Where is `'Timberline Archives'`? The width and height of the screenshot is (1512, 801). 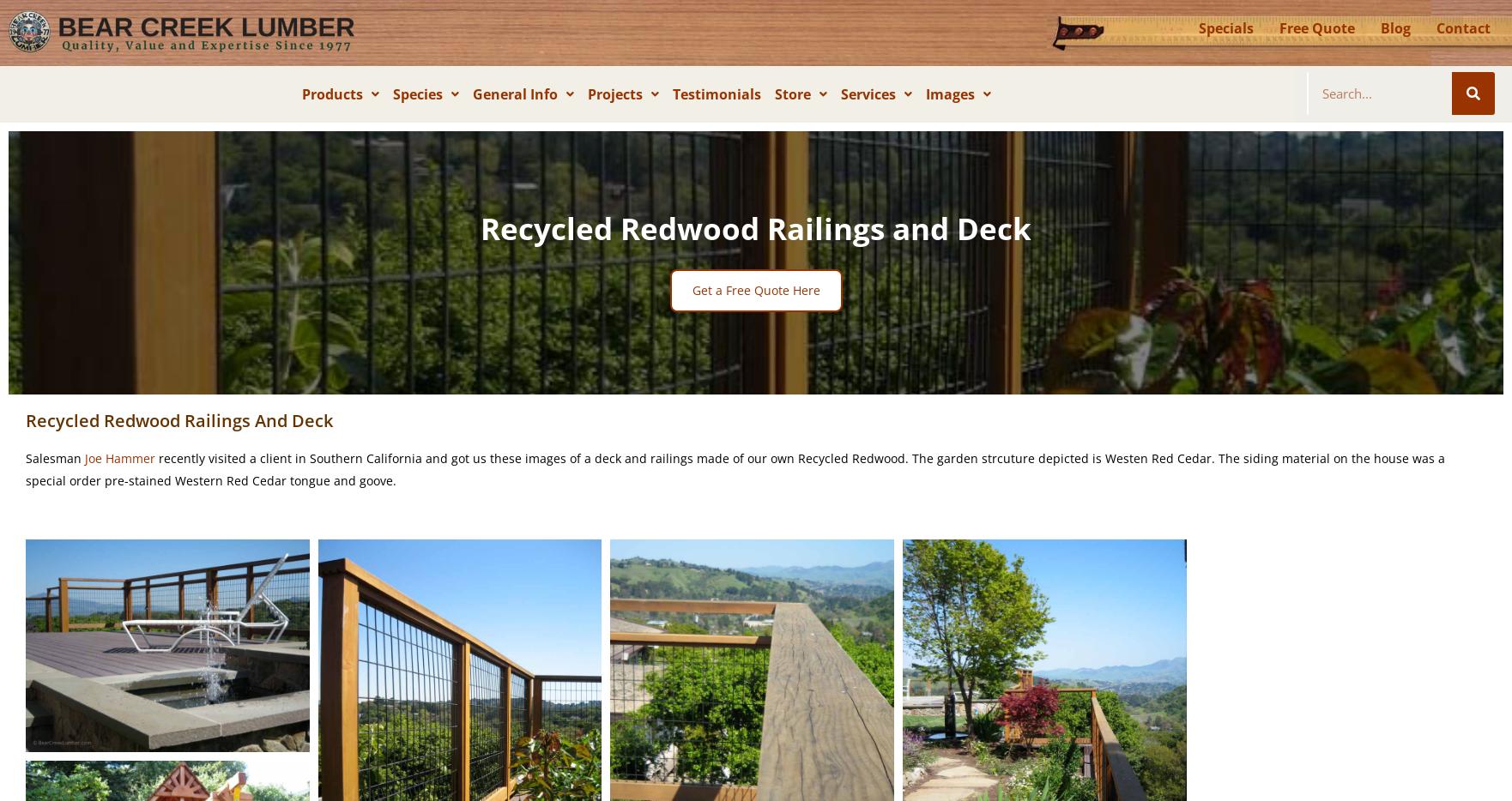 'Timberline Archives' is located at coordinates (559, 254).